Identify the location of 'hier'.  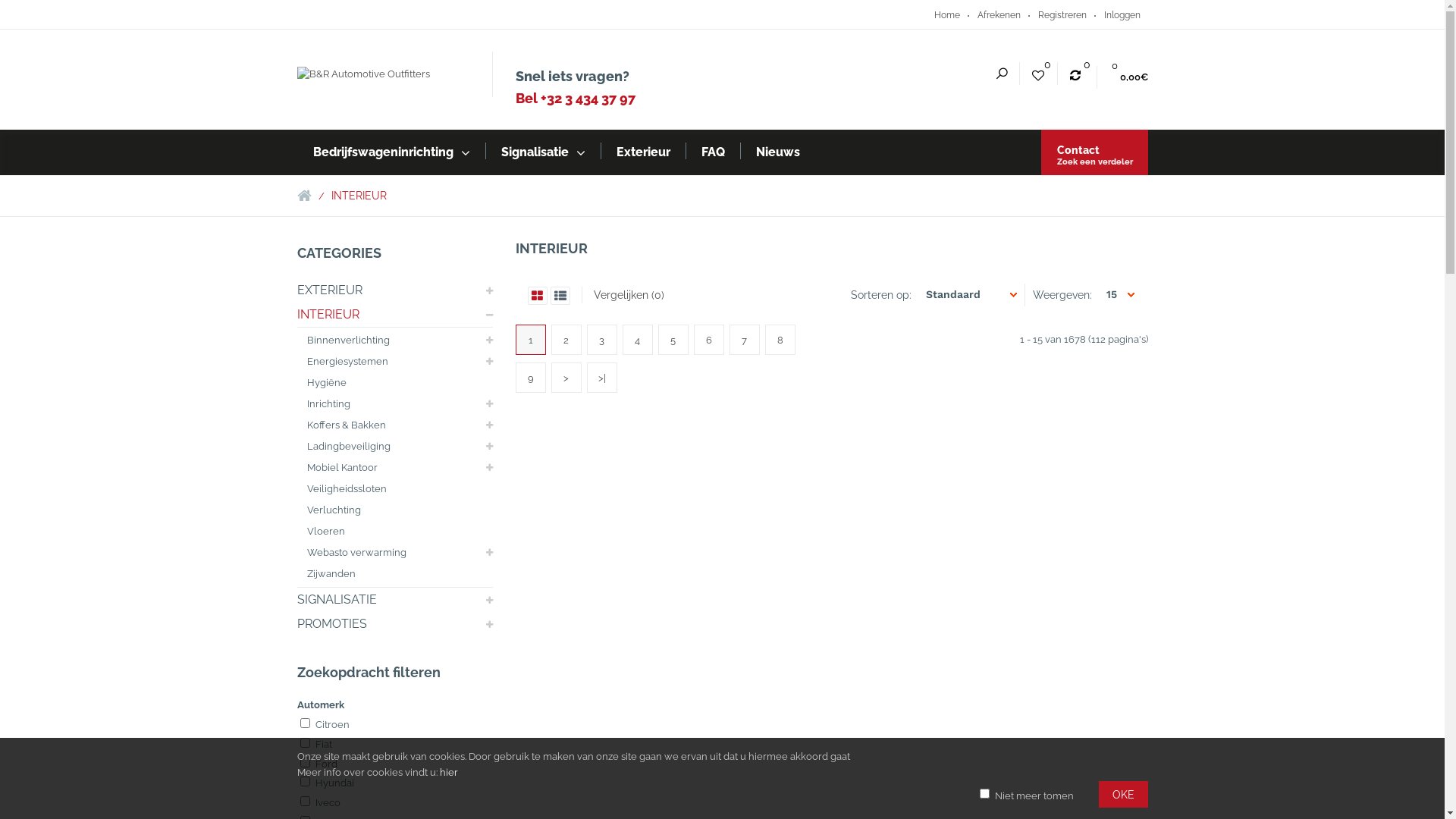
(447, 772).